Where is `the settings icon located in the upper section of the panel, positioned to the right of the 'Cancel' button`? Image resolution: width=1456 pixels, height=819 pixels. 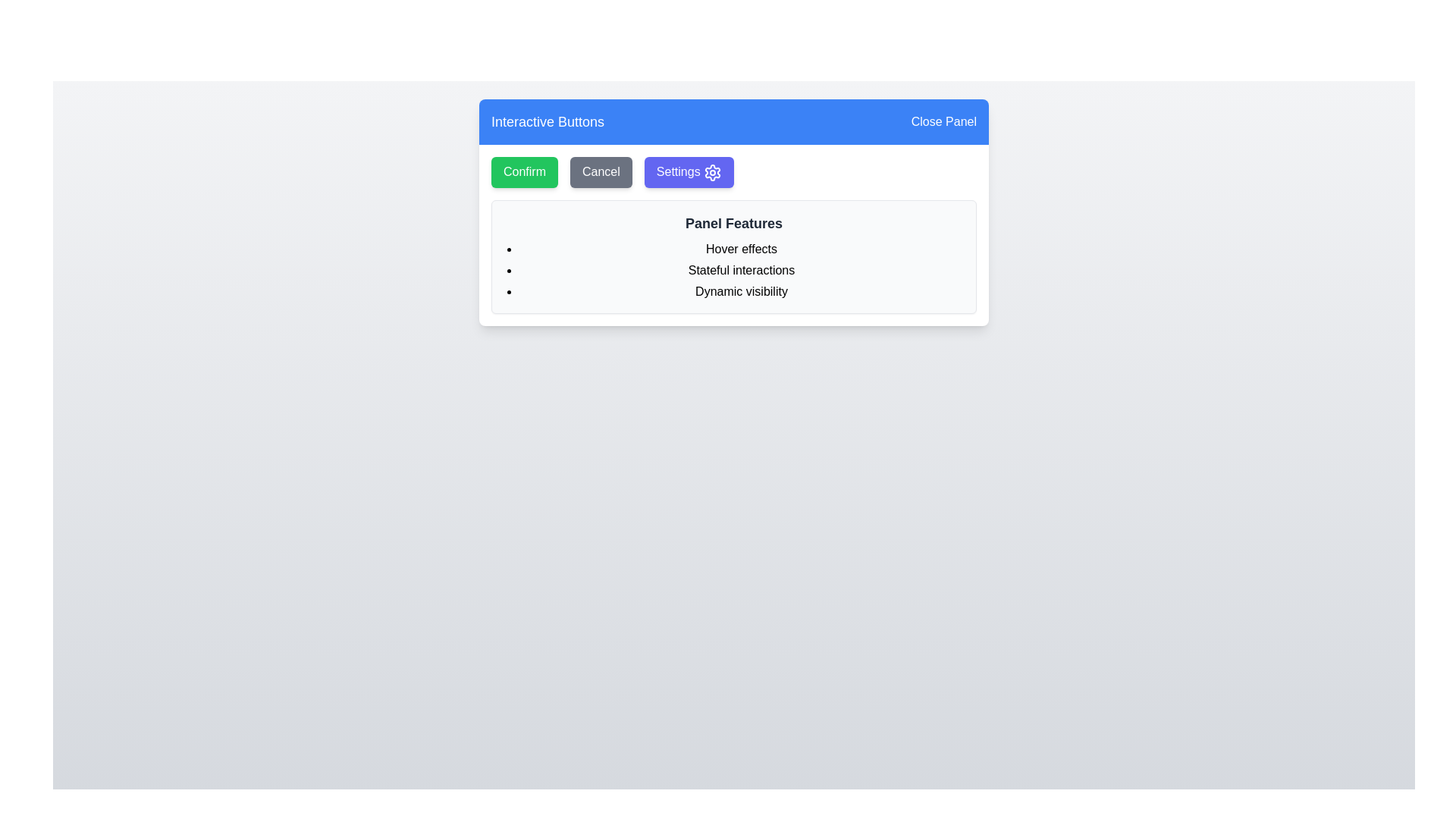
the settings icon located in the upper section of the panel, positioned to the right of the 'Cancel' button is located at coordinates (711, 171).